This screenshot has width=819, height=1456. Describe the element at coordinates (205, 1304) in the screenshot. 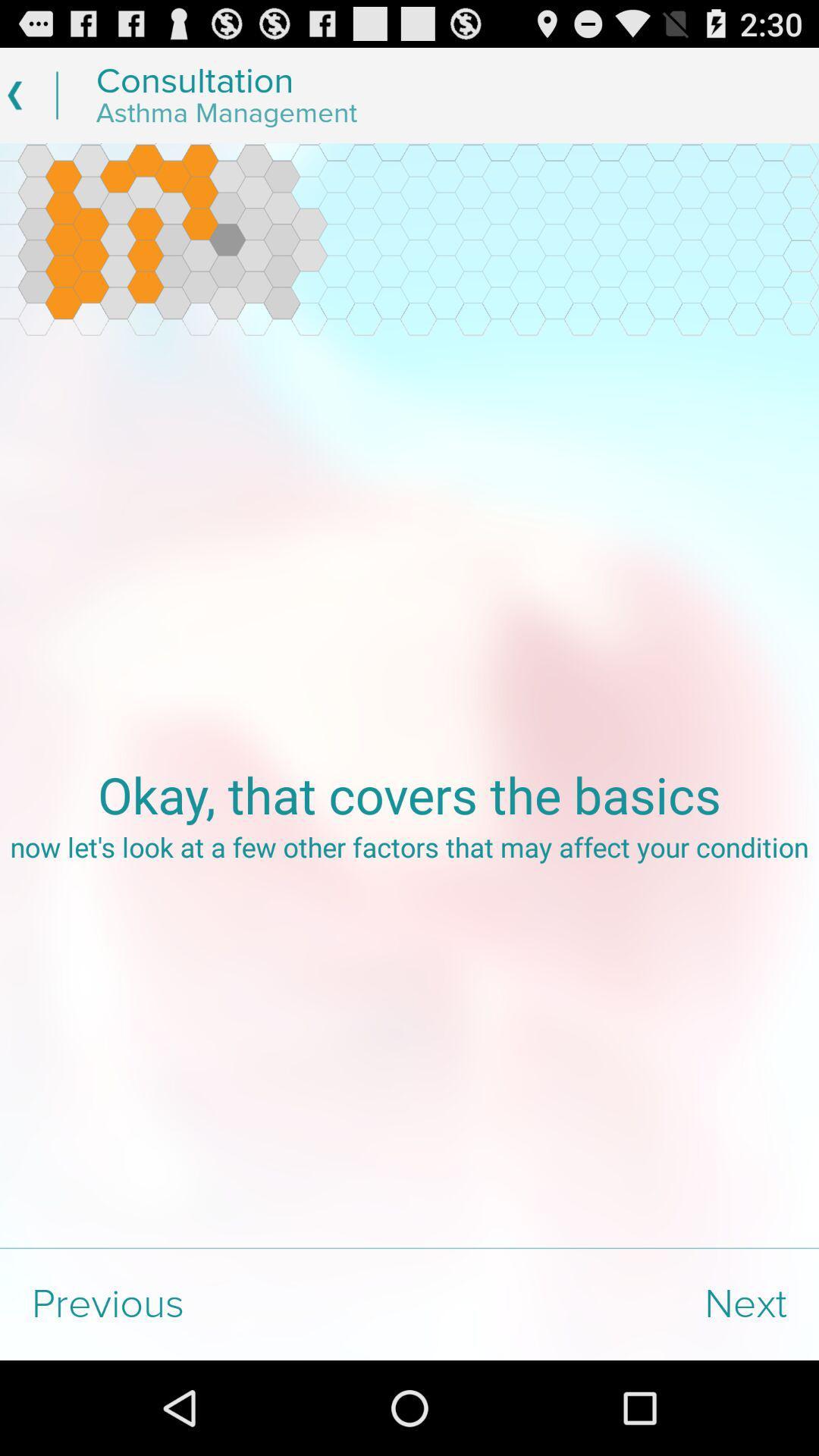

I see `the app to the left of next icon` at that location.